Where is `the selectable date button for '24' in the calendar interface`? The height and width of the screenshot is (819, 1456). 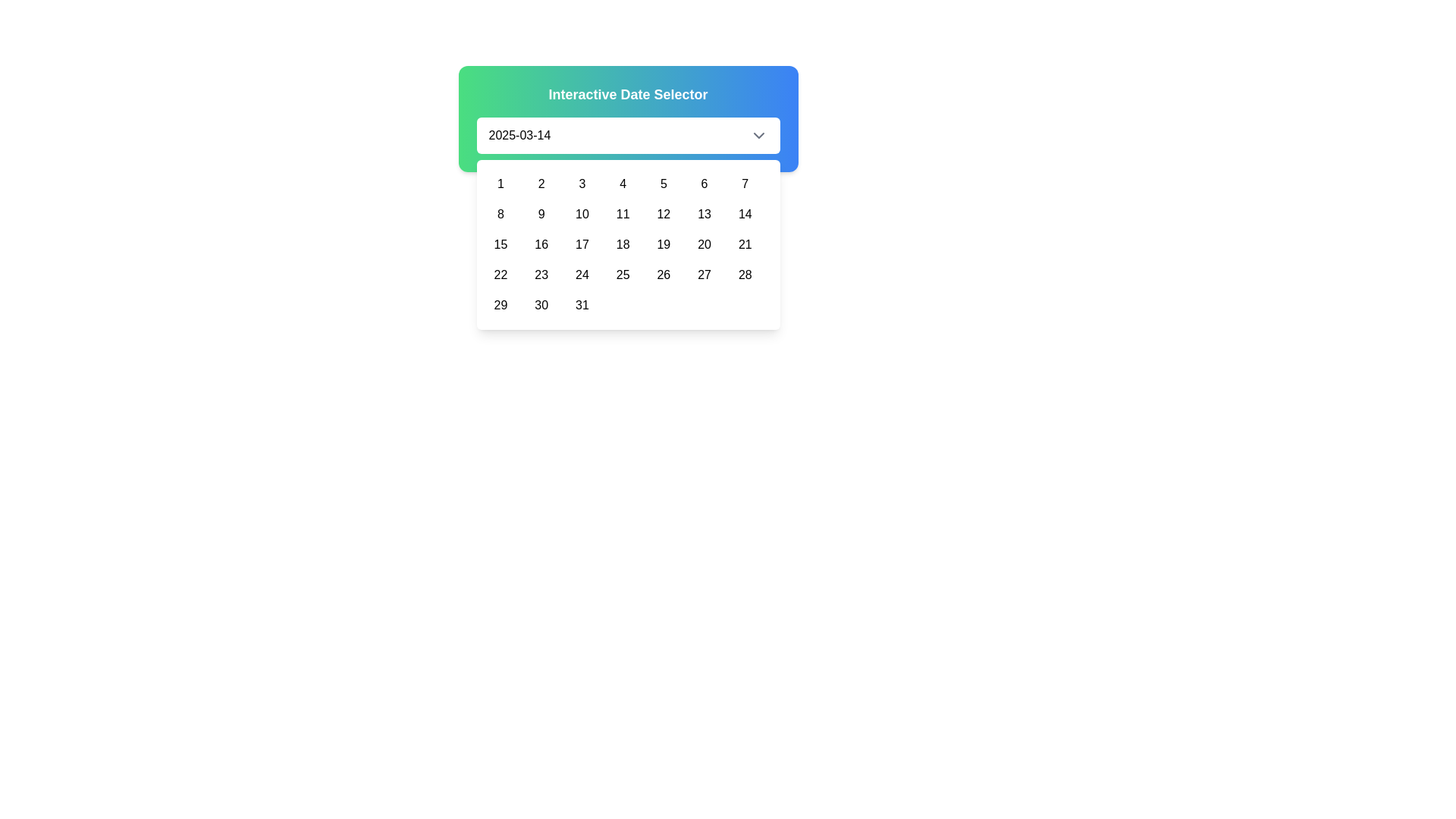 the selectable date button for '24' in the calendar interface is located at coordinates (582, 275).